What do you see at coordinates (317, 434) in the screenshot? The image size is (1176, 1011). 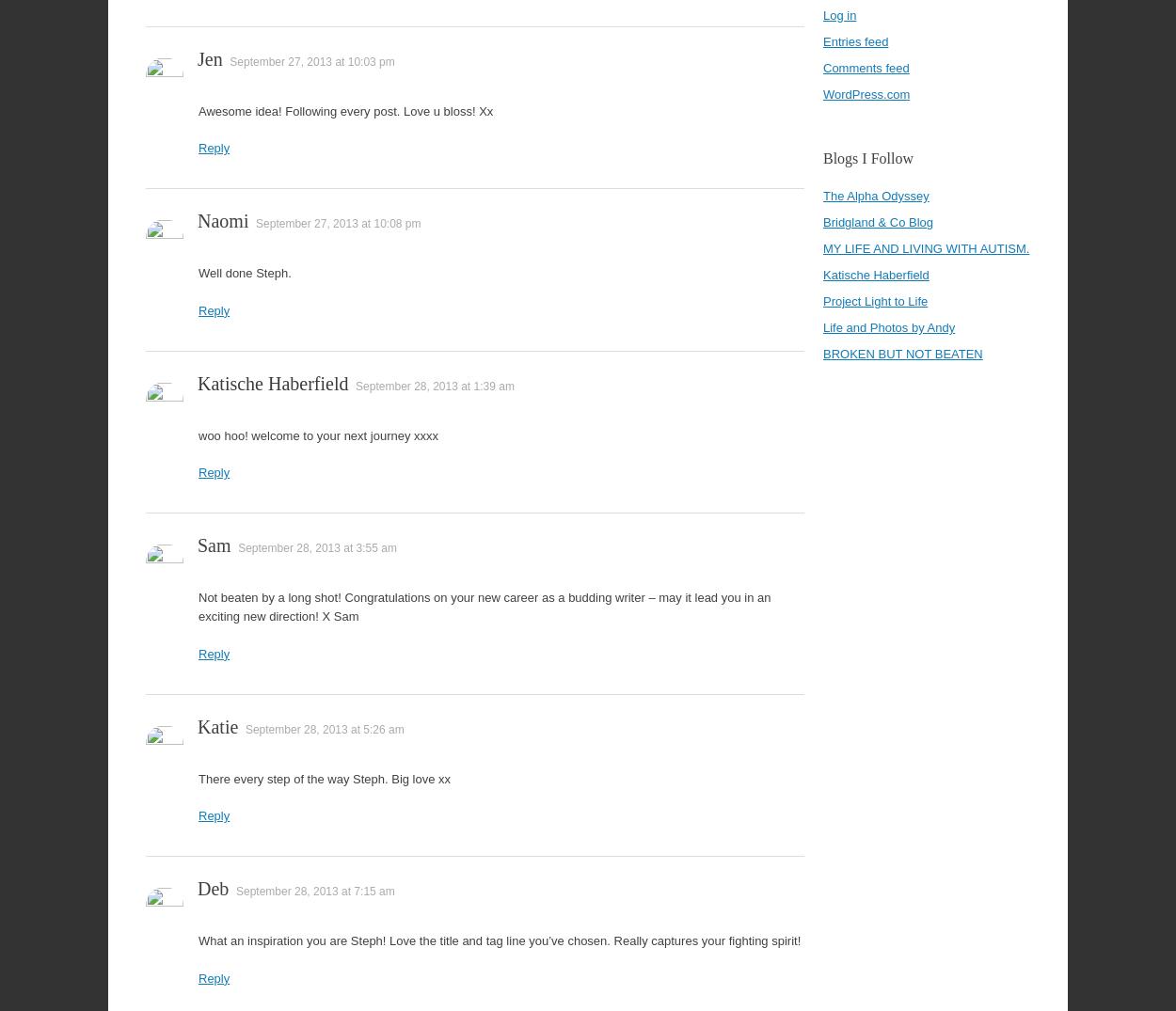 I see `'woo hoo! welcome to your next journey xxxx'` at bounding box center [317, 434].